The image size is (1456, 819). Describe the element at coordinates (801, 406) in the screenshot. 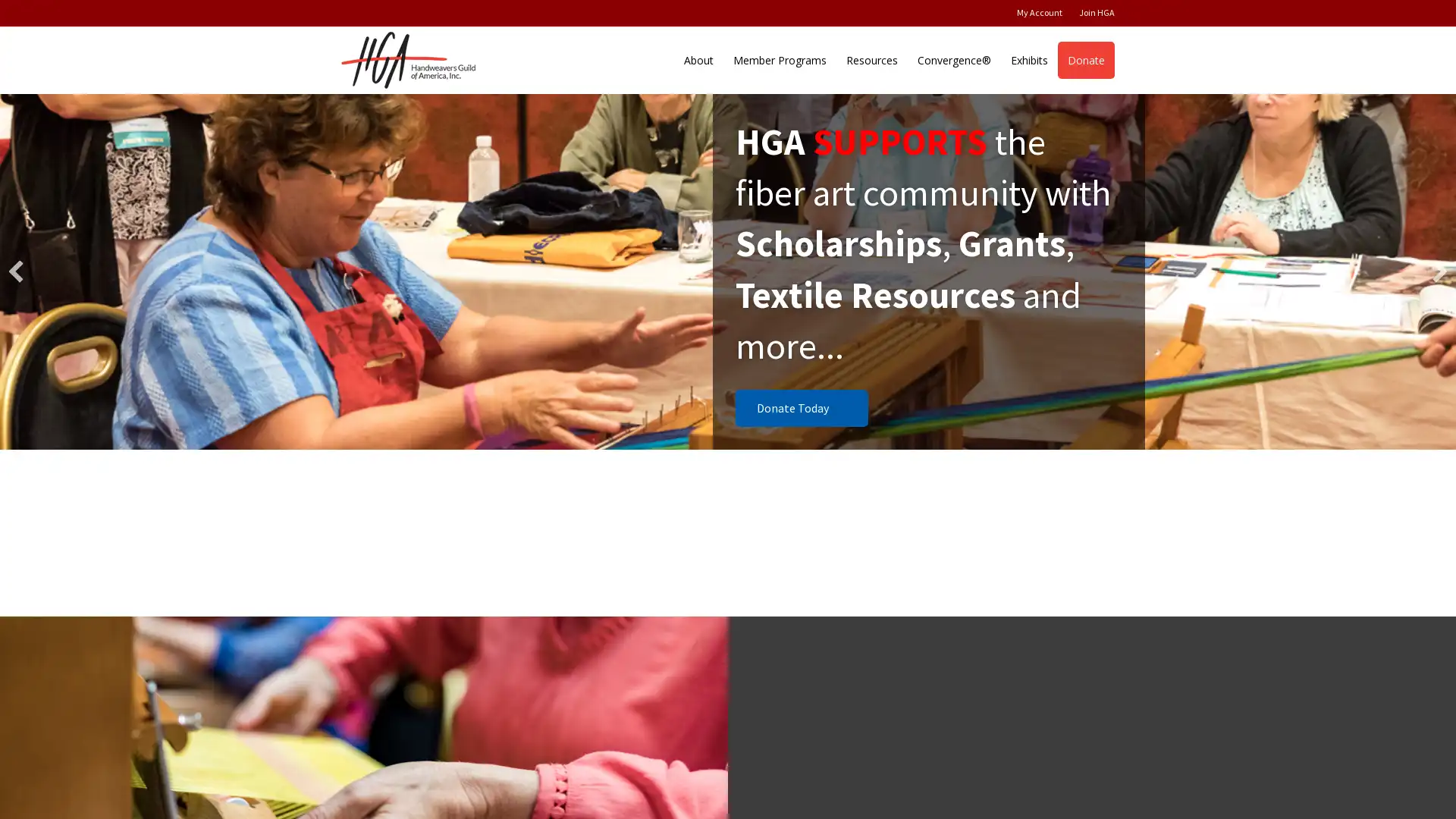

I see `Donate Today` at that location.